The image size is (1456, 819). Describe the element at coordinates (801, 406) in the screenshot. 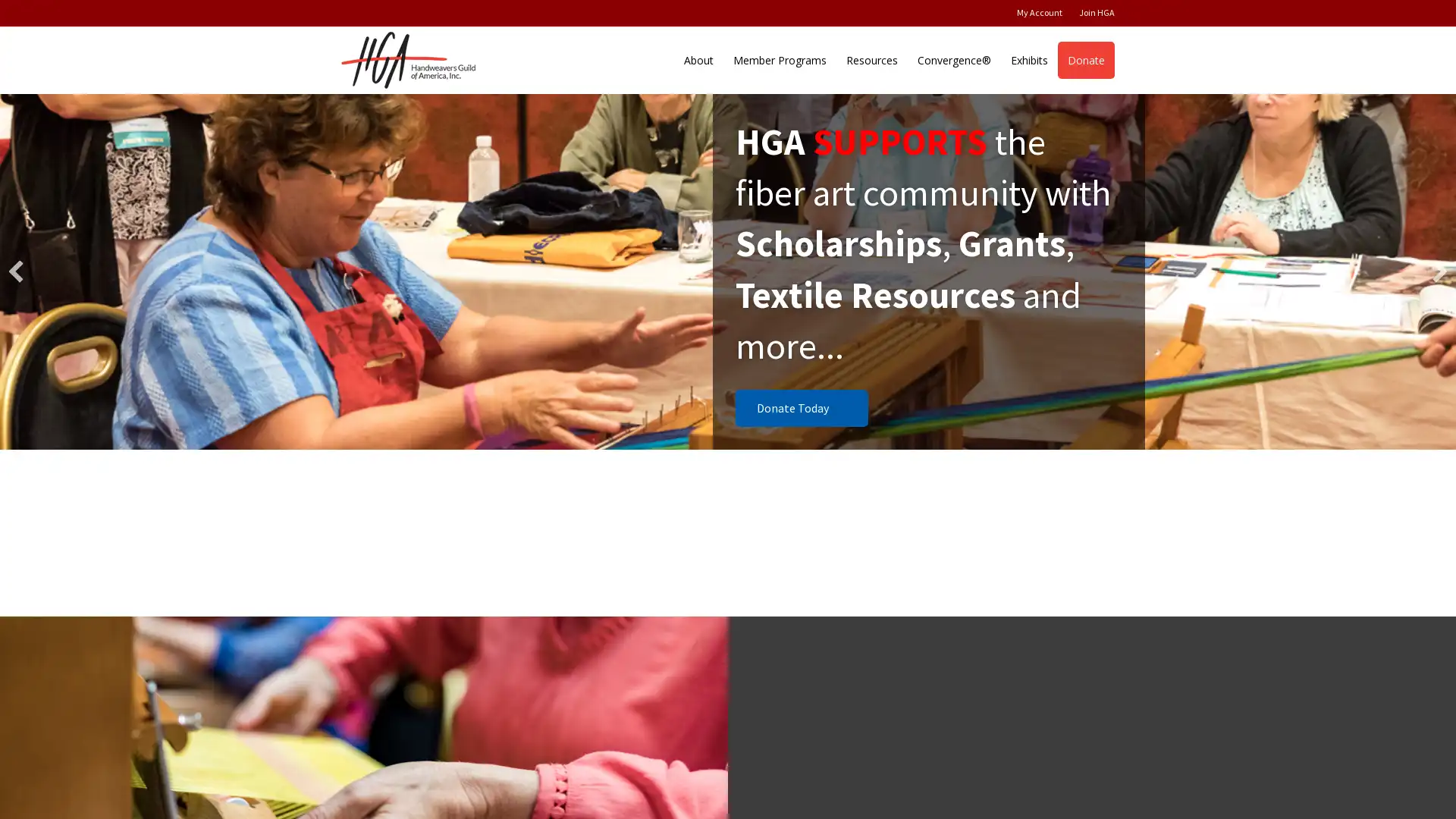

I see `Donate Today` at that location.